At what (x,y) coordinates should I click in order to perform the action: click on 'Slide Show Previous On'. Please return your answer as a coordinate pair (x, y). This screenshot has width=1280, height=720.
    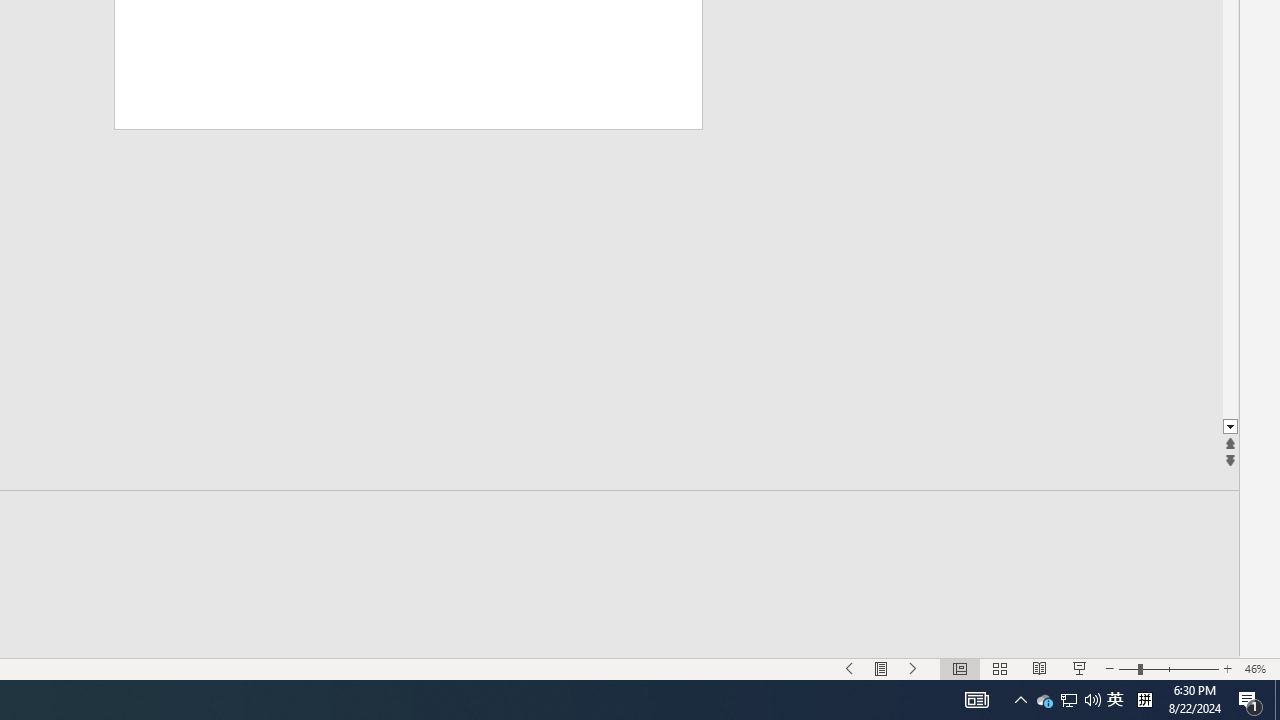
    Looking at the image, I should click on (850, 669).